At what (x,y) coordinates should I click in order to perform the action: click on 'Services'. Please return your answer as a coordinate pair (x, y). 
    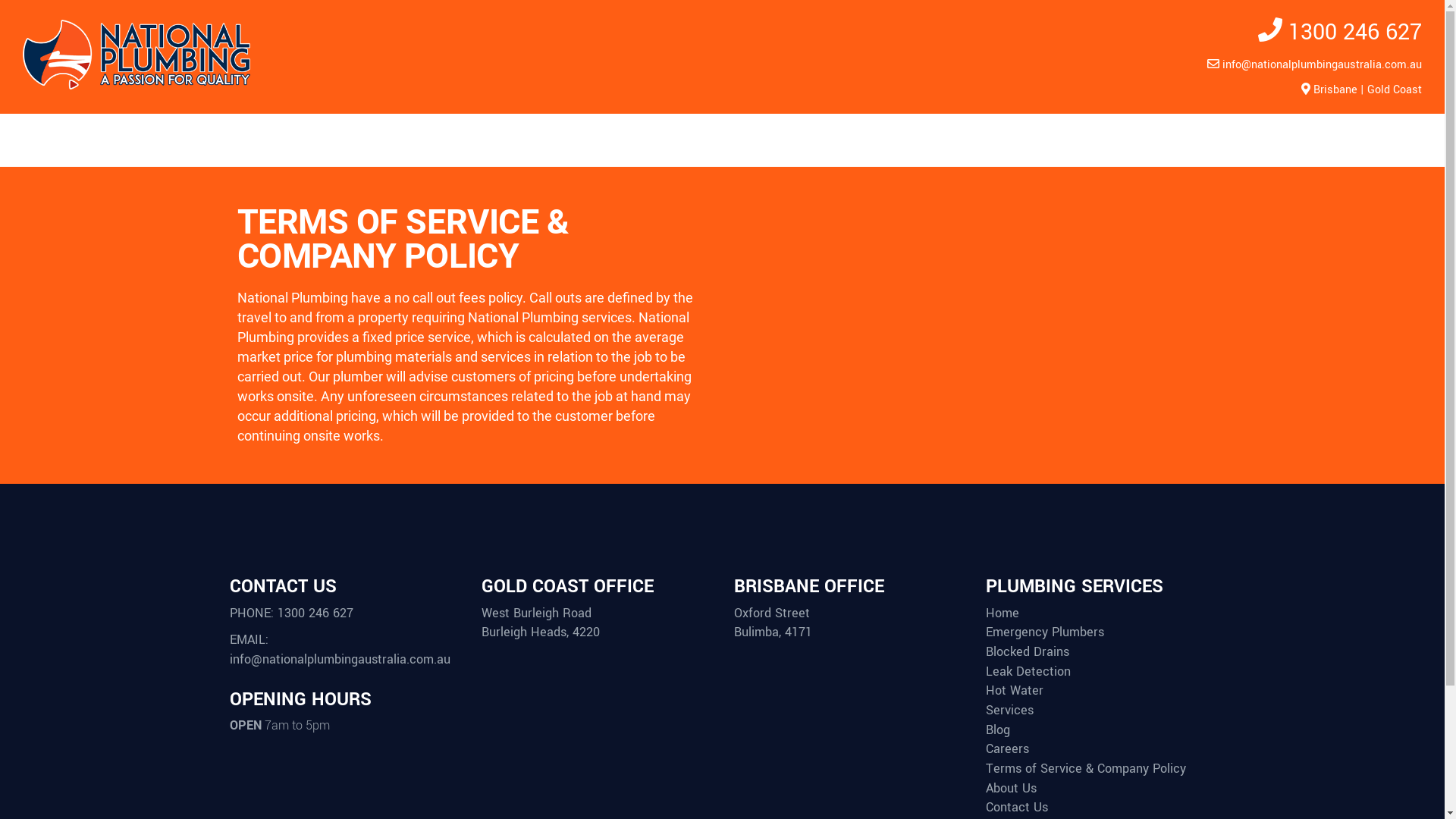
    Looking at the image, I should click on (986, 711).